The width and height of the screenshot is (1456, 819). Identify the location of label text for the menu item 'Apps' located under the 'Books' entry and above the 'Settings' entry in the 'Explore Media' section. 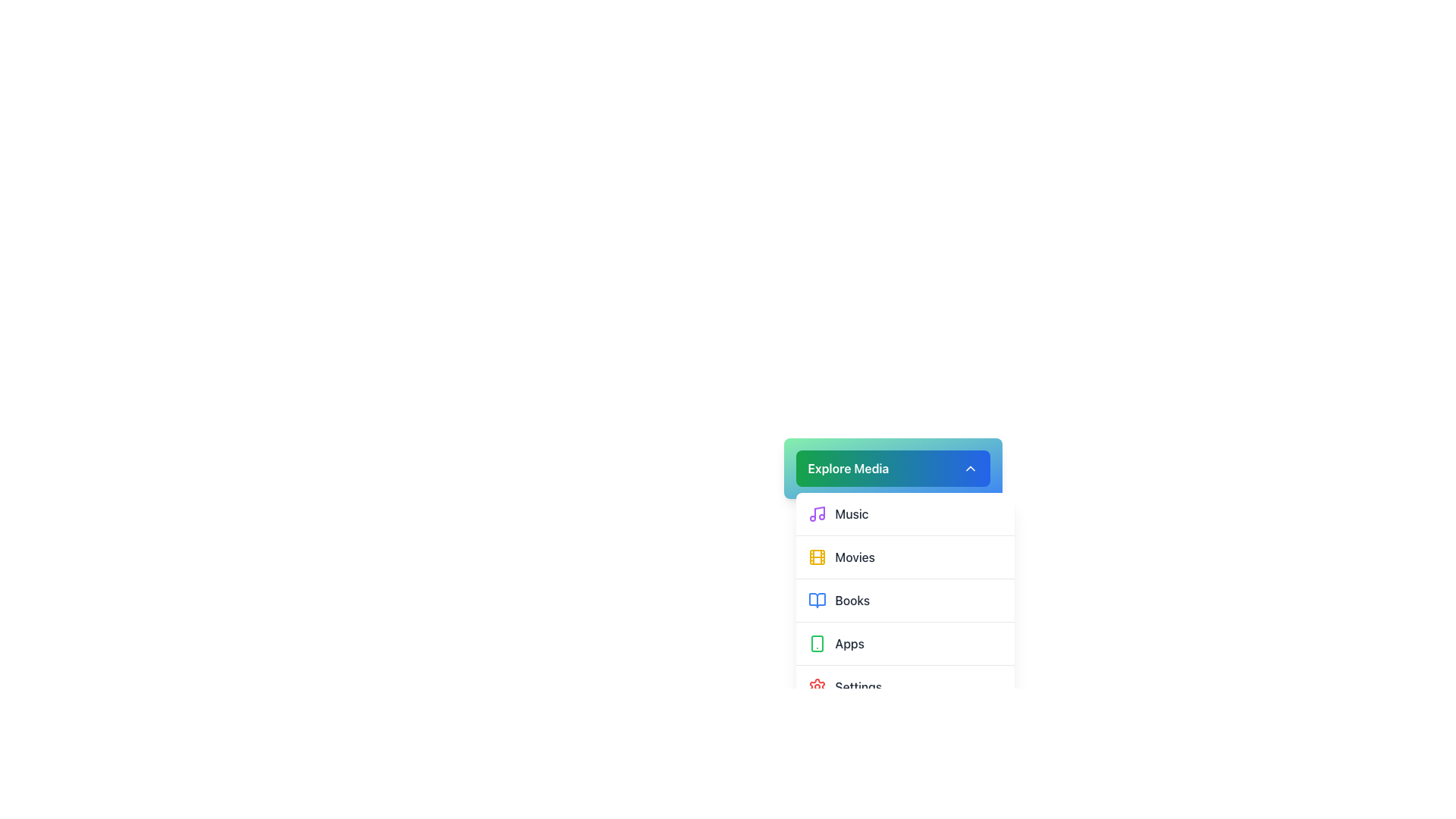
(849, 643).